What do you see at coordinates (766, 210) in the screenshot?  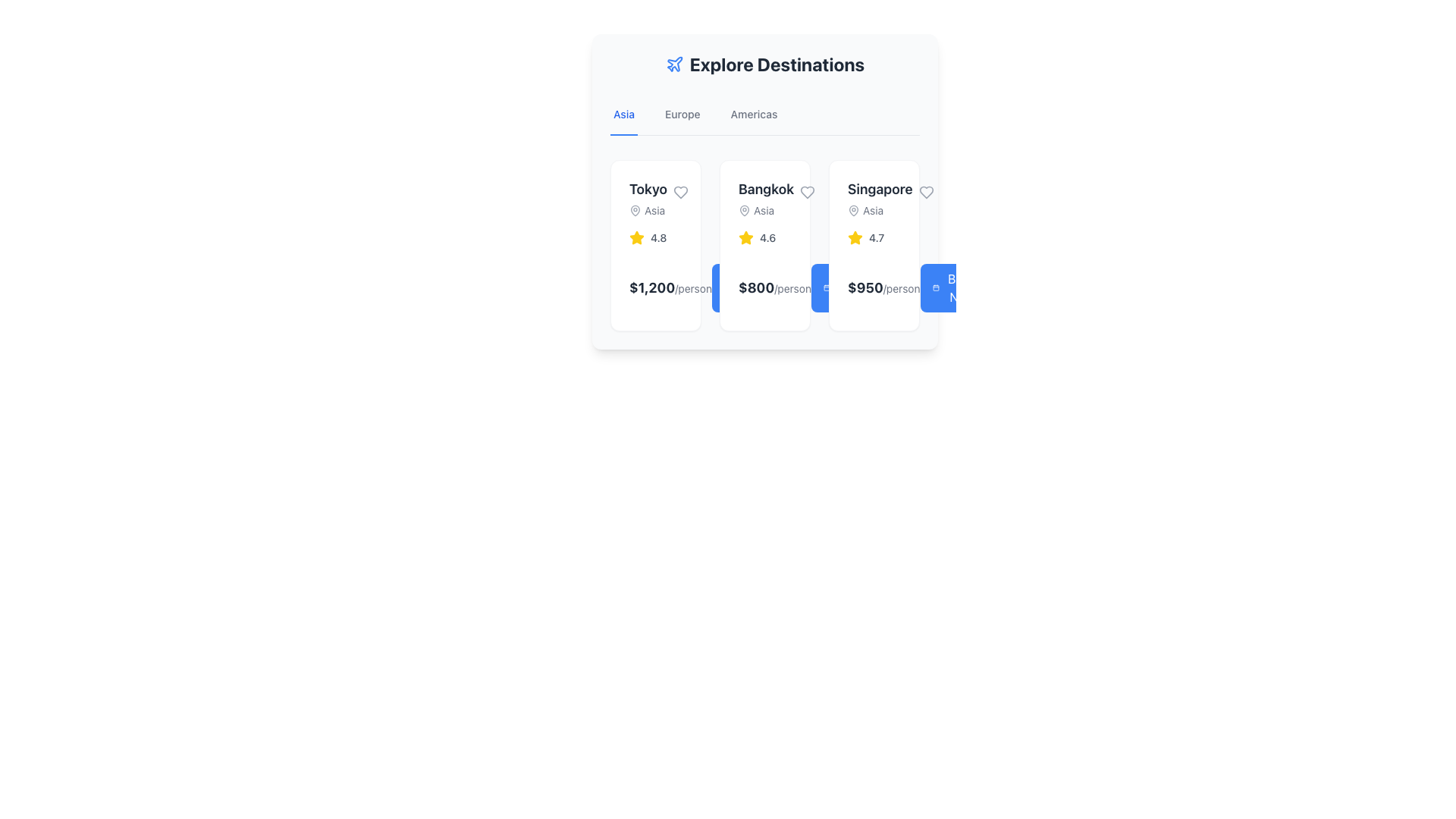 I see `the text indicating the geographical region of the city 'Bangkok,' which is located under the city name in the Bangkok card within the 'Explore Destinations' section, to understand its association with the pin icon` at bounding box center [766, 210].